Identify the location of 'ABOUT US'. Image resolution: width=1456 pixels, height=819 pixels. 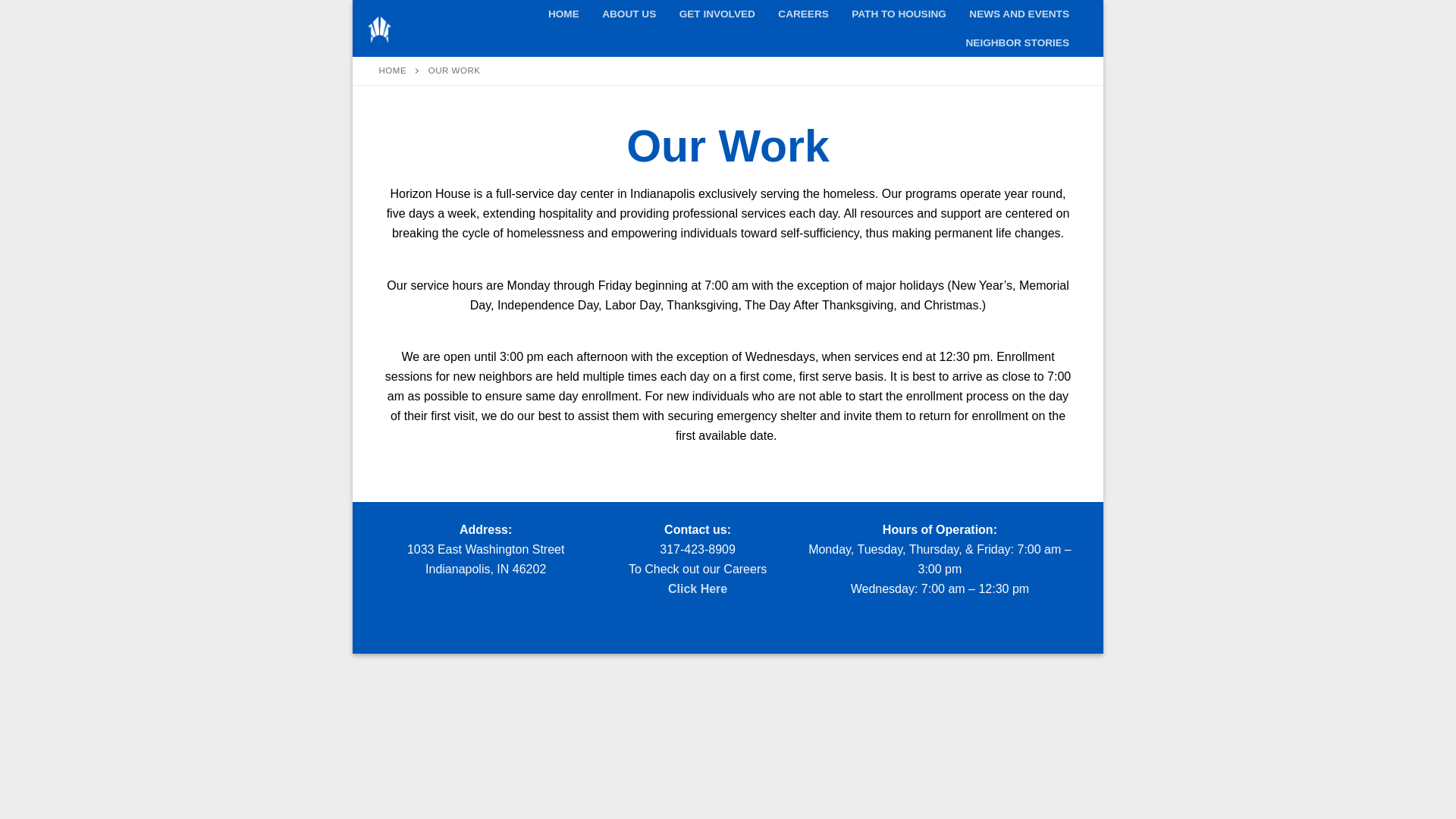
(629, 14).